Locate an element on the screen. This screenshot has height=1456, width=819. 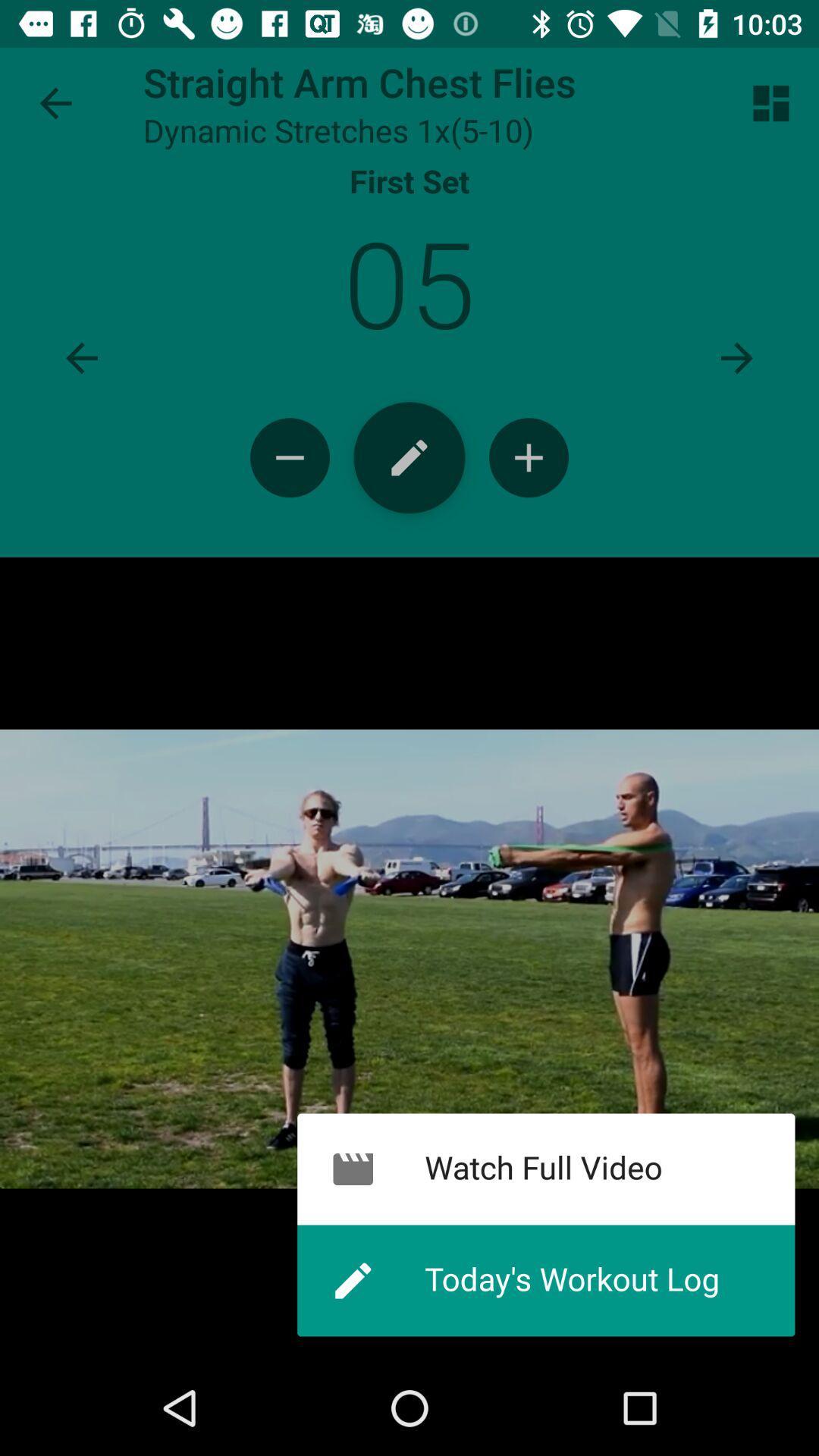
next video is located at coordinates (736, 357).